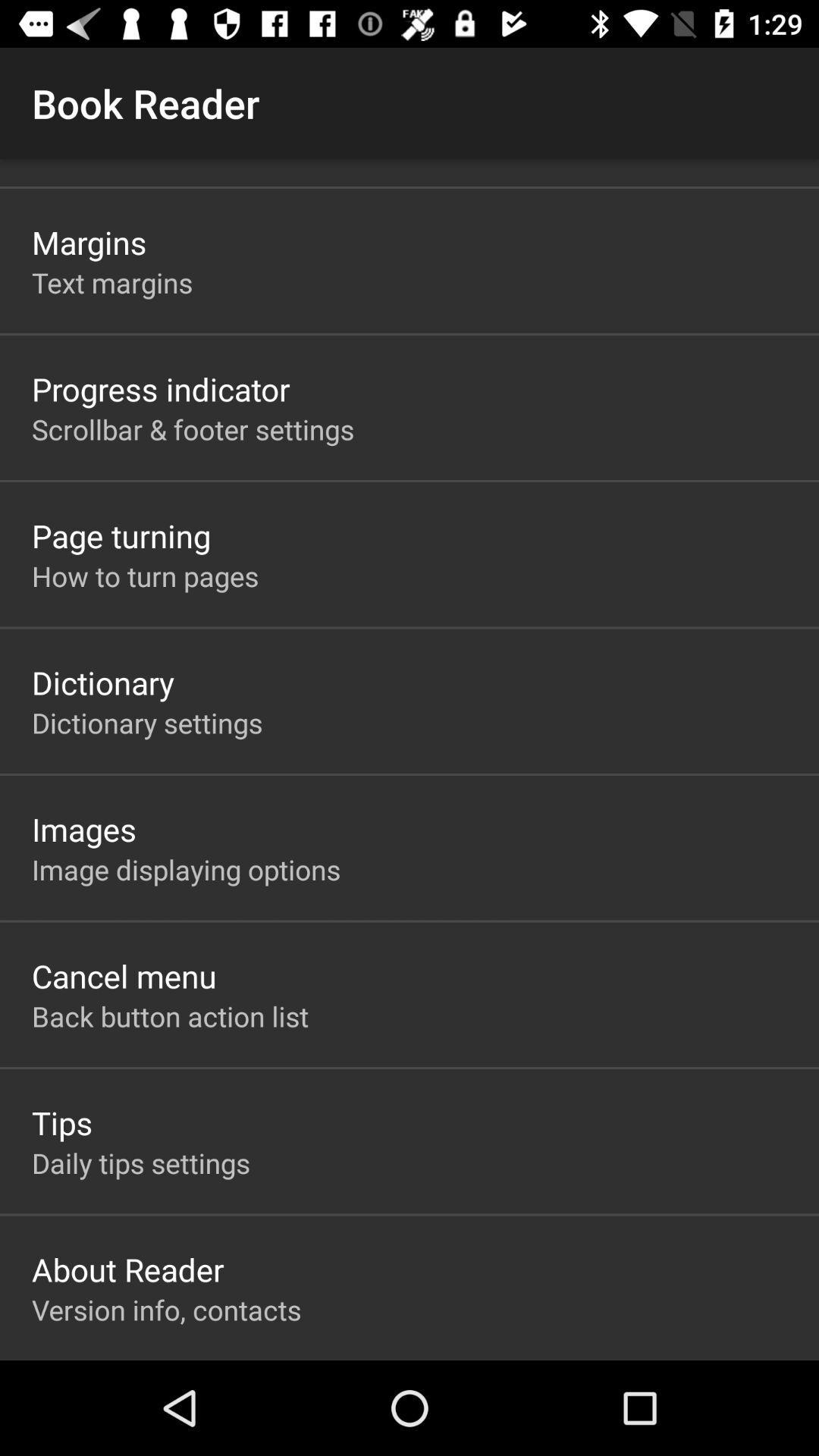 The image size is (819, 1456). I want to click on the item above the back button action item, so click(123, 975).